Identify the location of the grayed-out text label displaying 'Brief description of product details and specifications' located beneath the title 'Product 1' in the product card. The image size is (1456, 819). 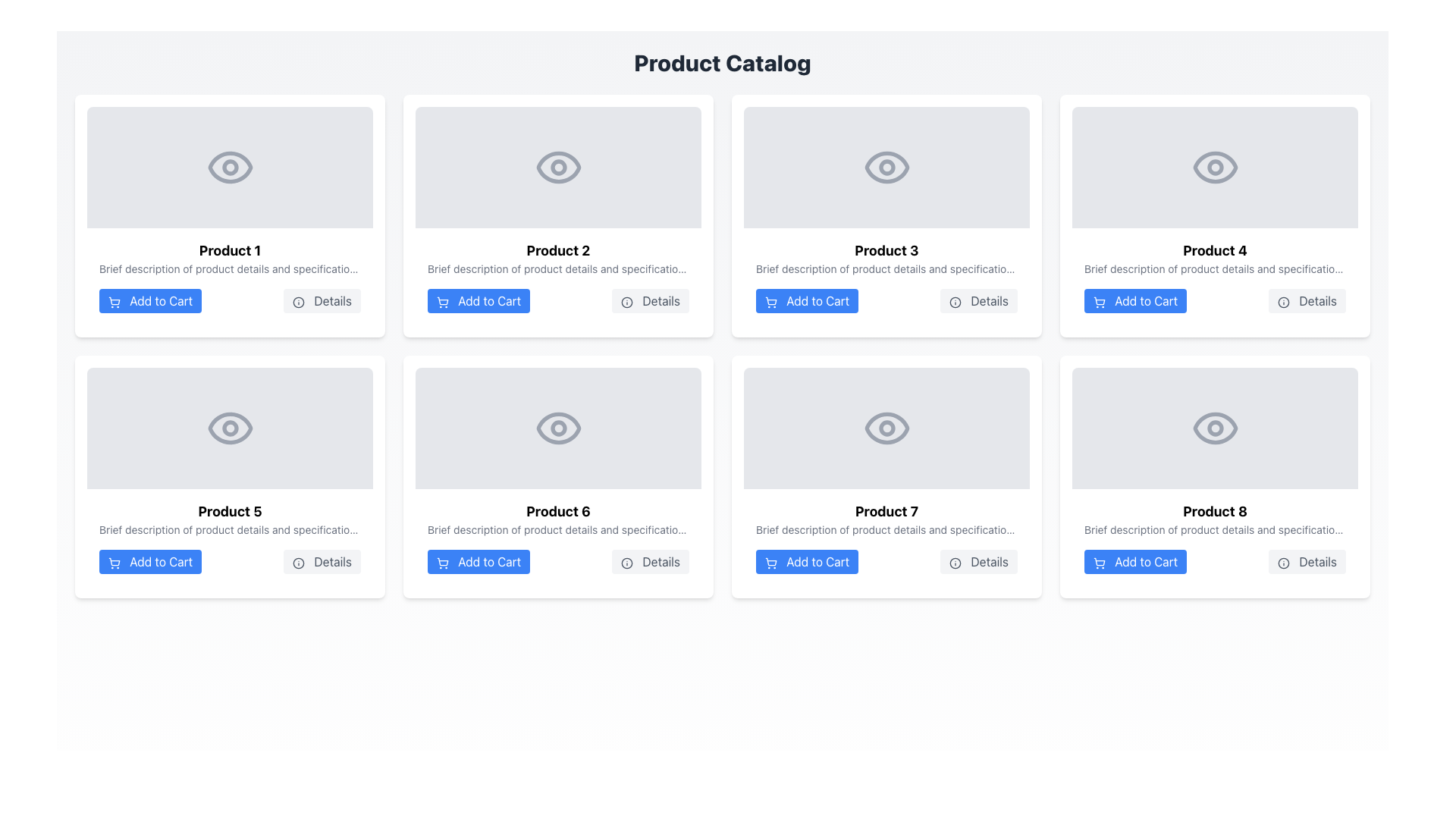
(229, 268).